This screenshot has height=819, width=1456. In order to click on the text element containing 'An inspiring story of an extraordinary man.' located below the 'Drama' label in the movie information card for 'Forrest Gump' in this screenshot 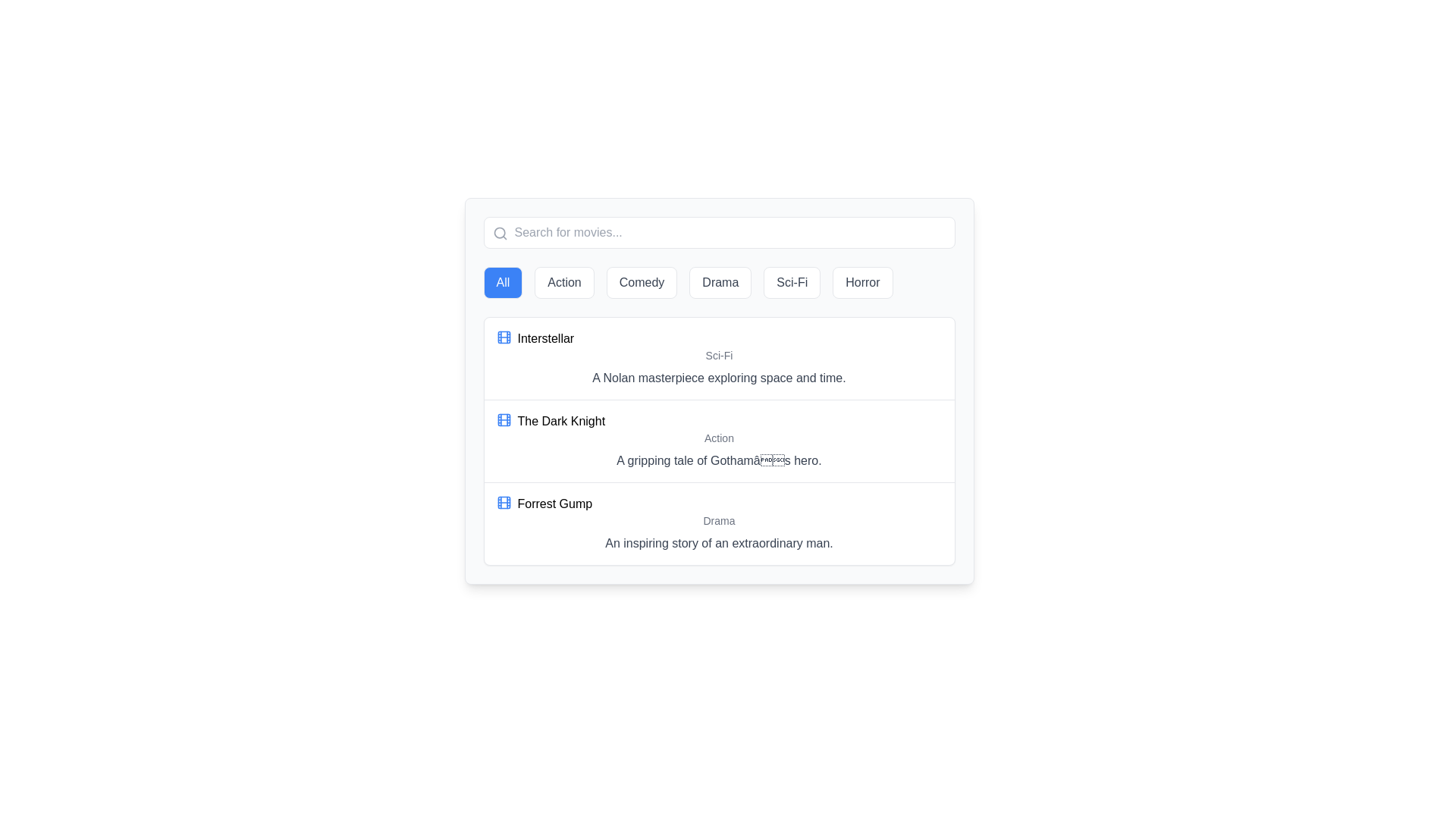, I will do `click(718, 543)`.